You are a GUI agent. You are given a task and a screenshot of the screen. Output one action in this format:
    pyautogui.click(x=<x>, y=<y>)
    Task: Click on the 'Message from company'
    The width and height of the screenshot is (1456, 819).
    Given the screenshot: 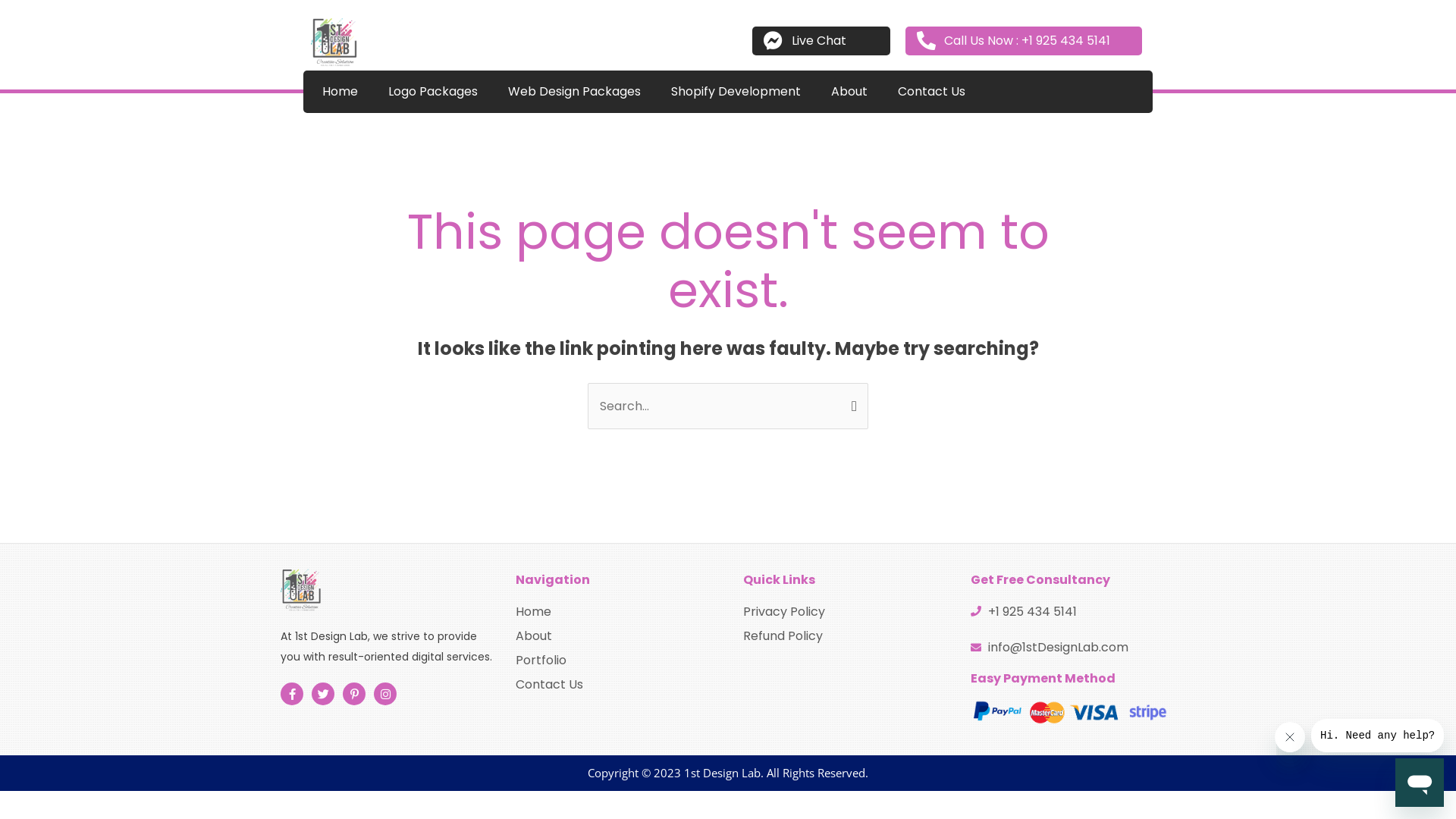 What is the action you would take?
    pyautogui.click(x=1377, y=734)
    